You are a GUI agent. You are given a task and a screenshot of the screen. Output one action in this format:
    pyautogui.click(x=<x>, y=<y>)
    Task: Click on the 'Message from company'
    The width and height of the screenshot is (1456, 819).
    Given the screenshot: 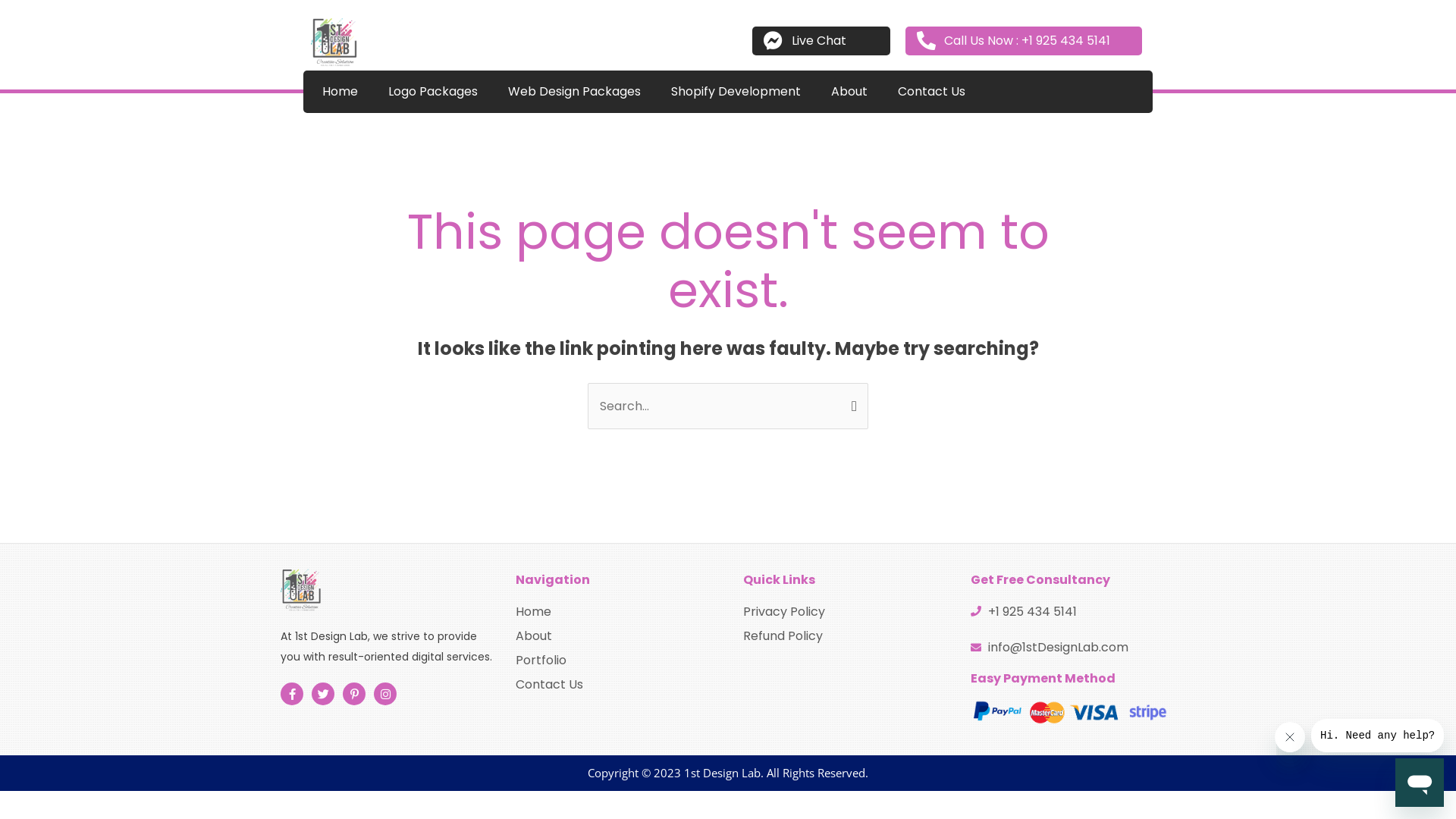 What is the action you would take?
    pyautogui.click(x=1377, y=734)
    